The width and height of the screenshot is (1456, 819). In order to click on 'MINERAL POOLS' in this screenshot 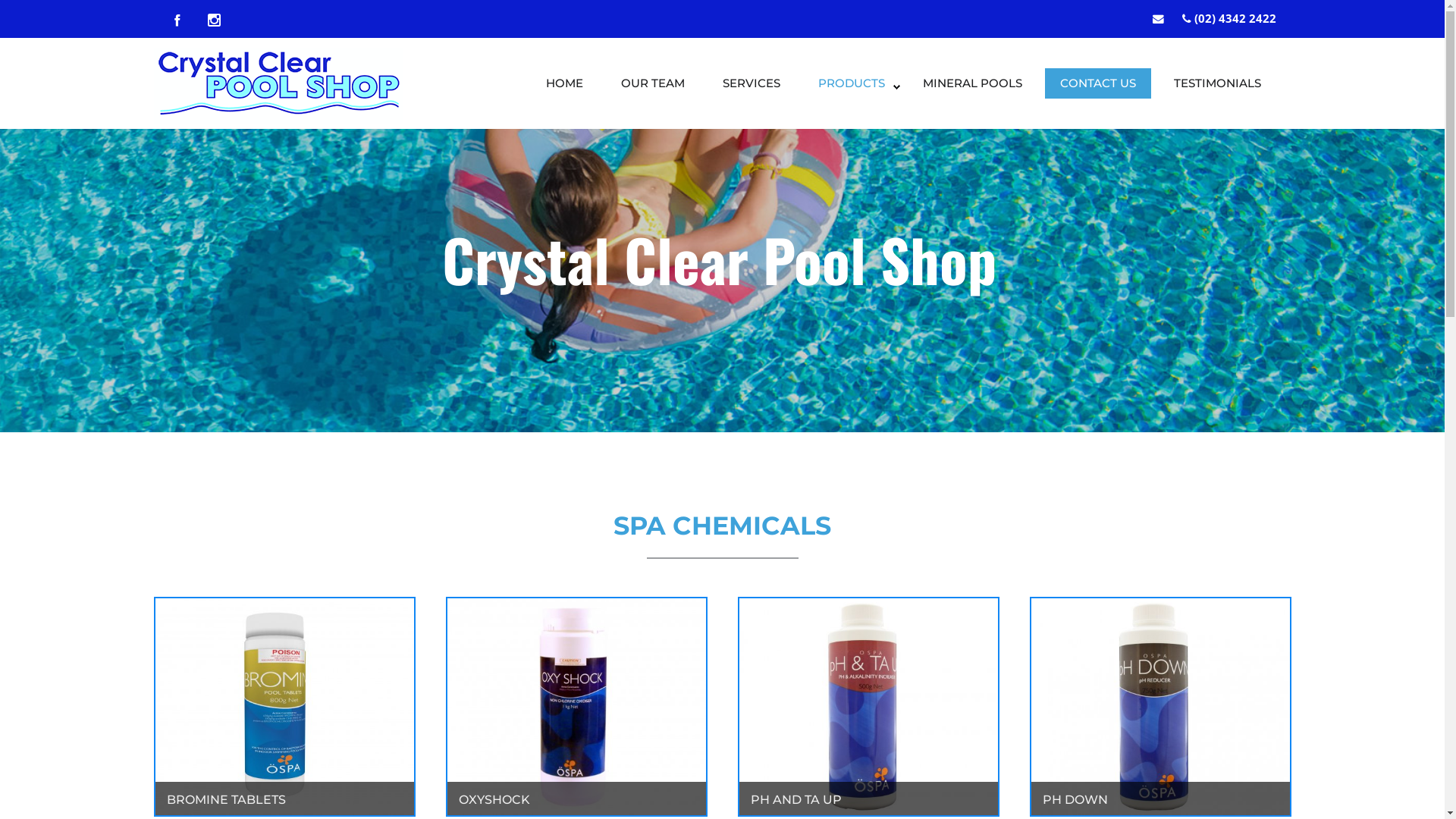, I will do `click(906, 87)`.